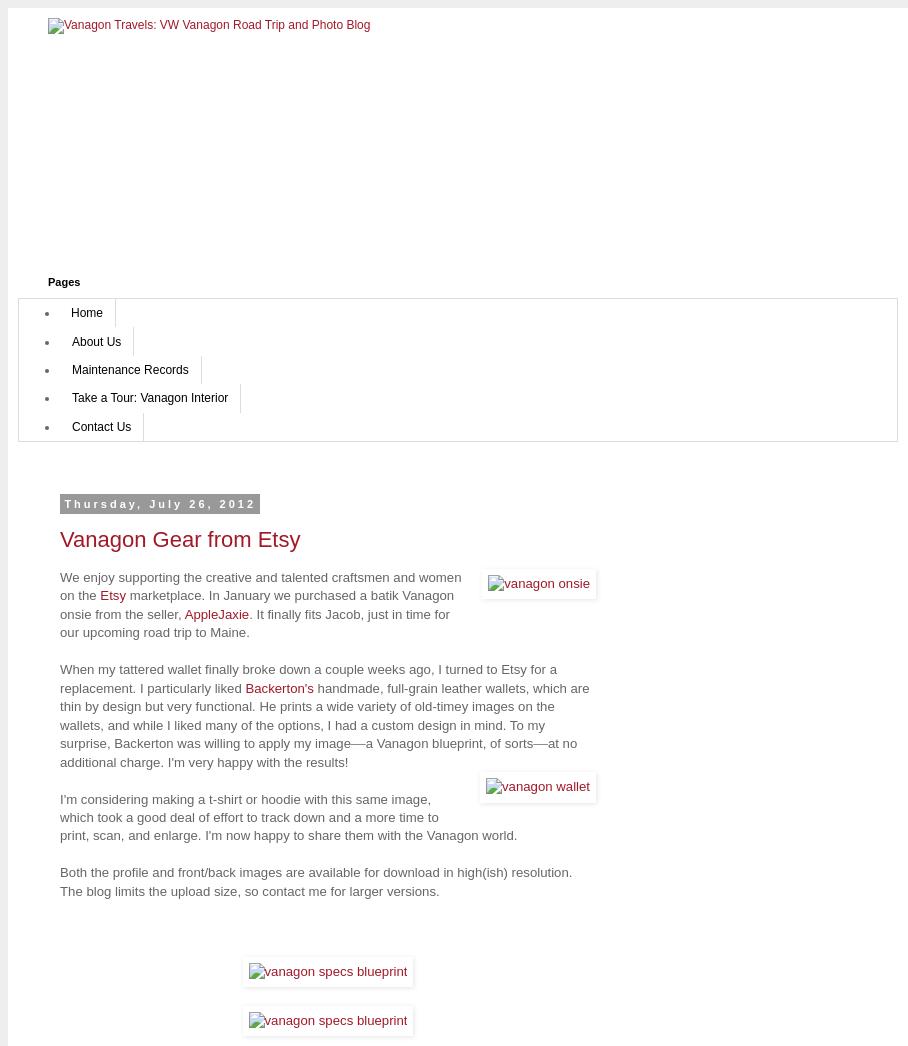  I want to click on 'handmade, full-grain leather wallets, which are thin by design but very functional. He', so click(323, 696).